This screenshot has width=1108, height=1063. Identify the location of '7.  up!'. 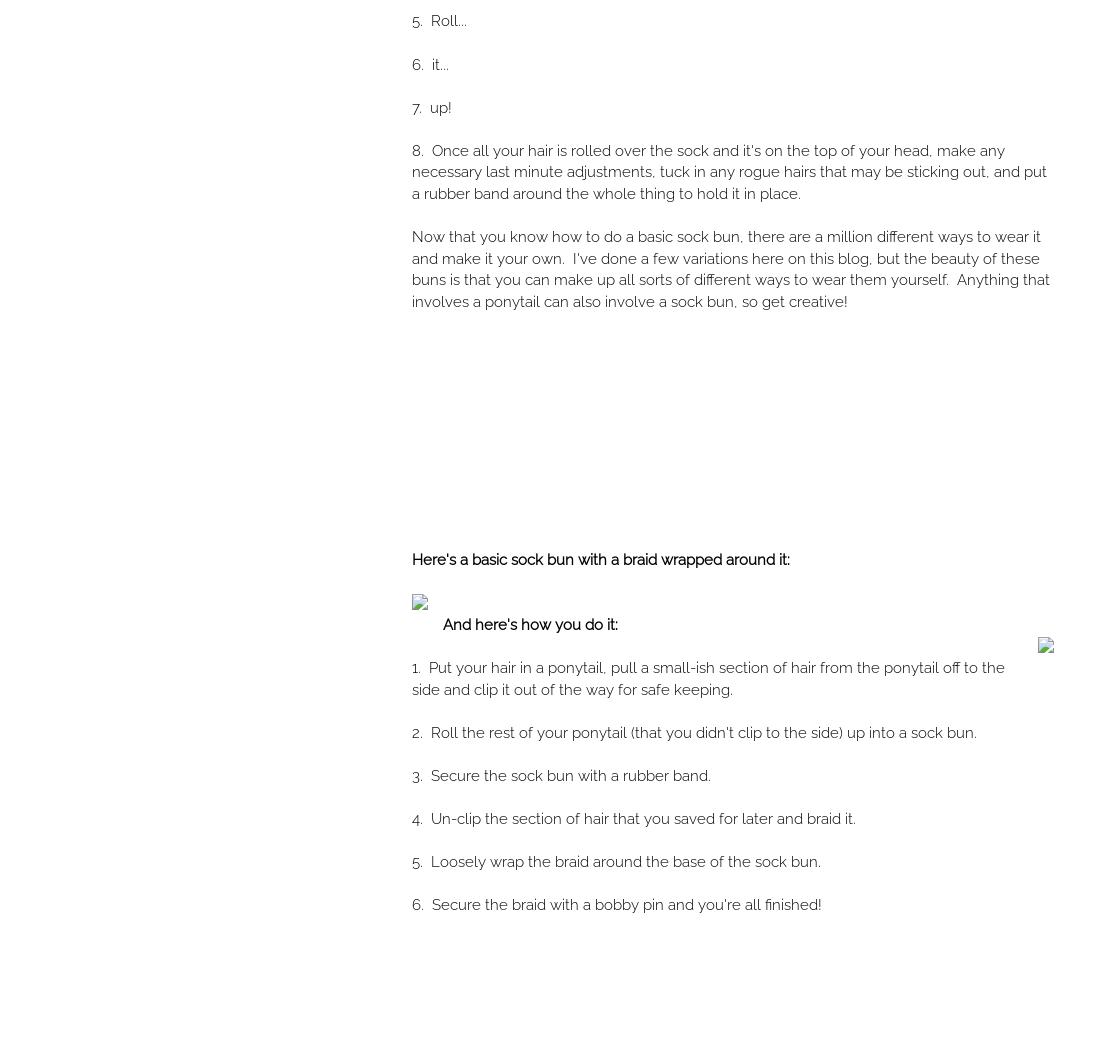
(431, 107).